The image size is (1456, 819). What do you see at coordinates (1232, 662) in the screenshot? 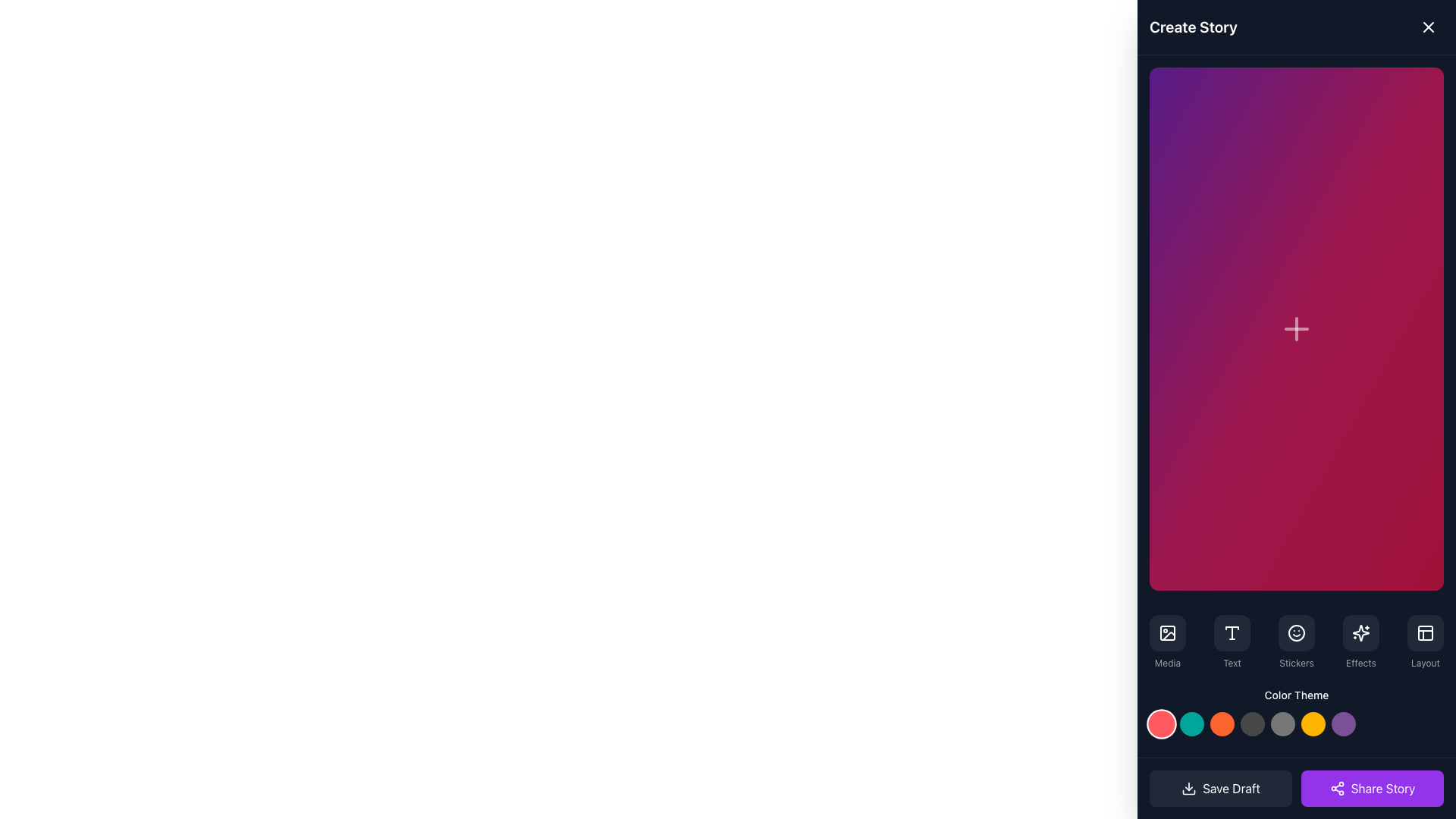
I see `the small light gray text label that says 'Text', located at the bottom of a vertically stacked group of elements` at bounding box center [1232, 662].